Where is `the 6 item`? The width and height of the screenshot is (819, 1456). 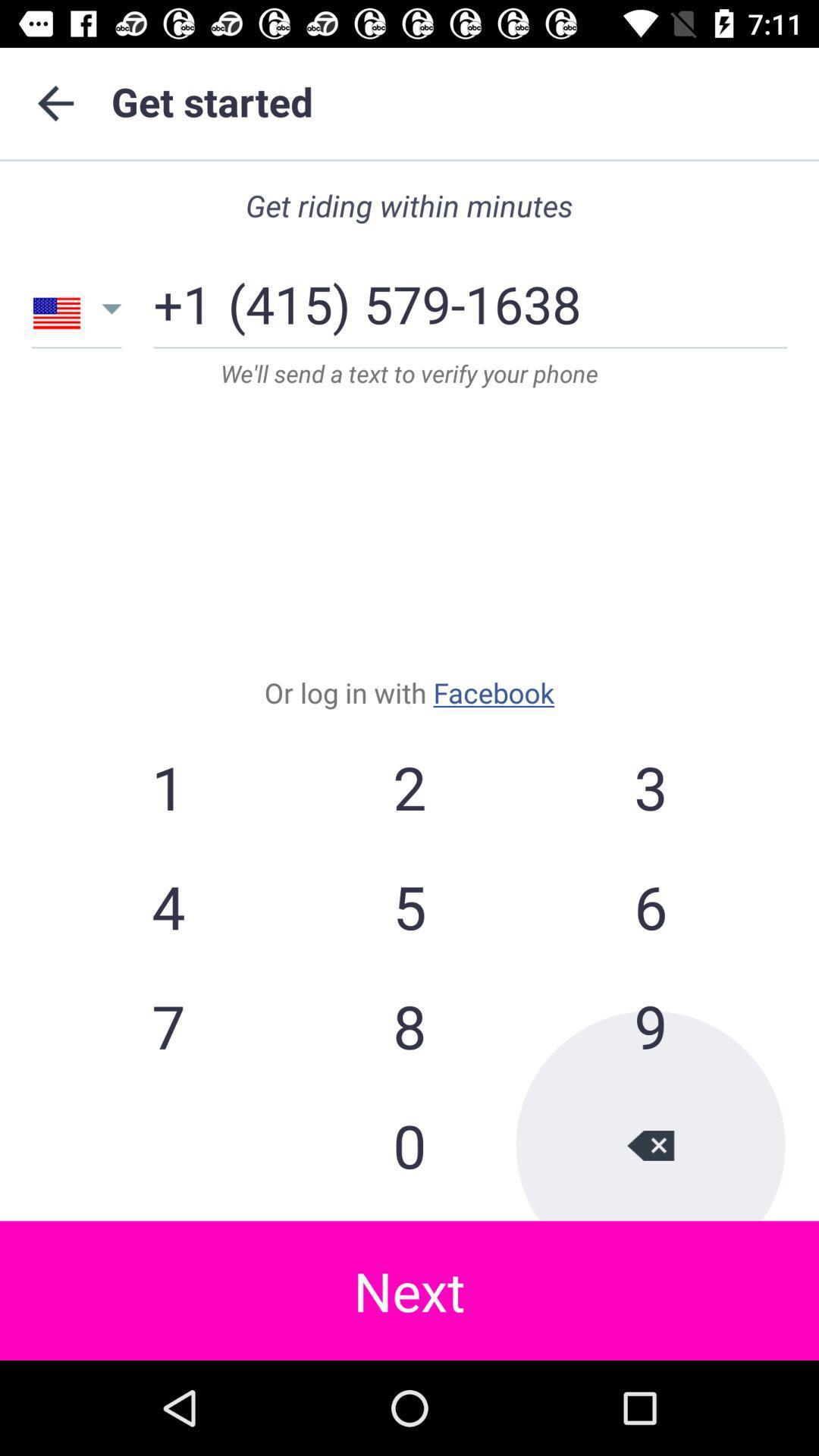 the 6 item is located at coordinates (649, 906).